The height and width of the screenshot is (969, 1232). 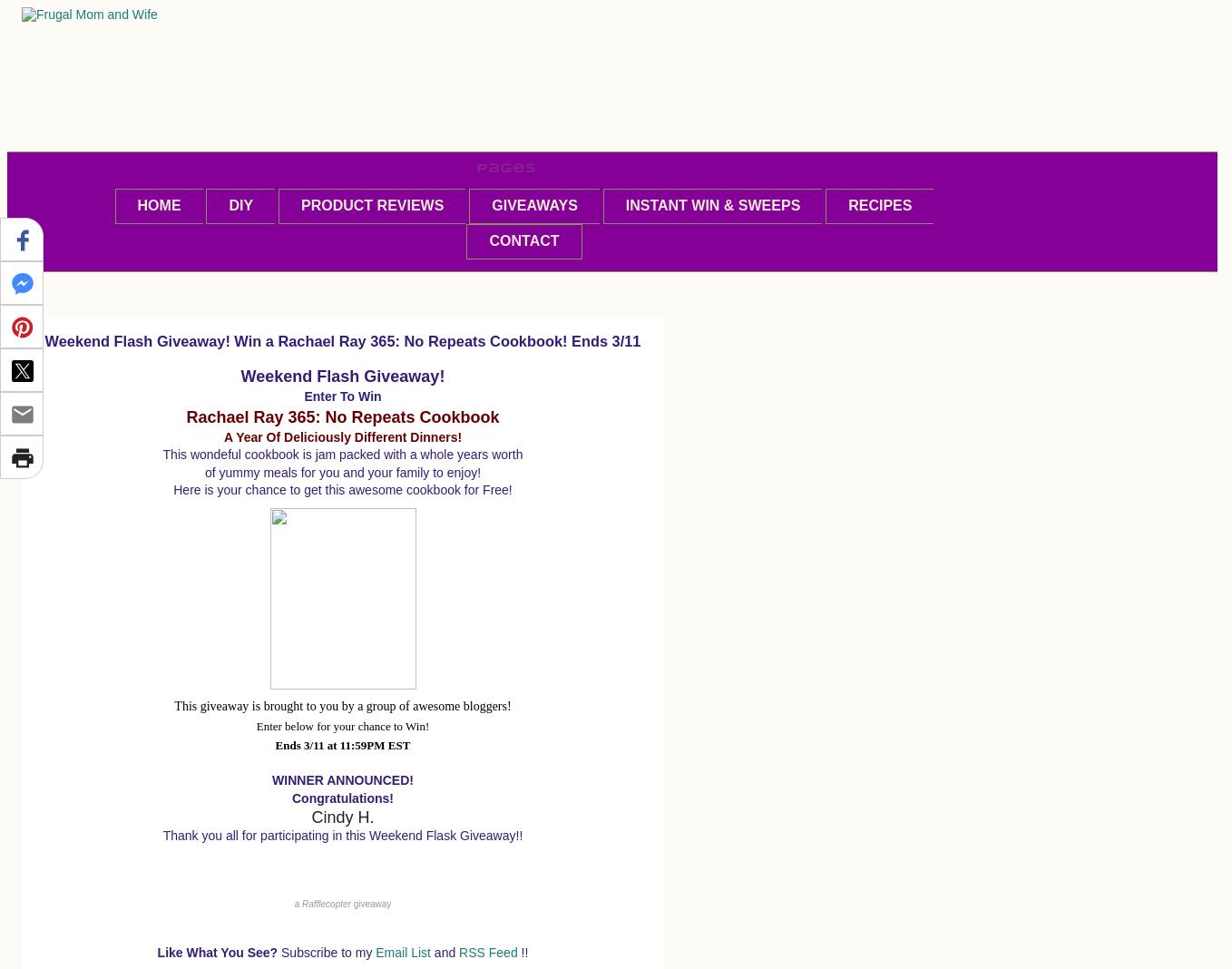 What do you see at coordinates (300, 903) in the screenshot?
I see `'Rafflecopter'` at bounding box center [300, 903].